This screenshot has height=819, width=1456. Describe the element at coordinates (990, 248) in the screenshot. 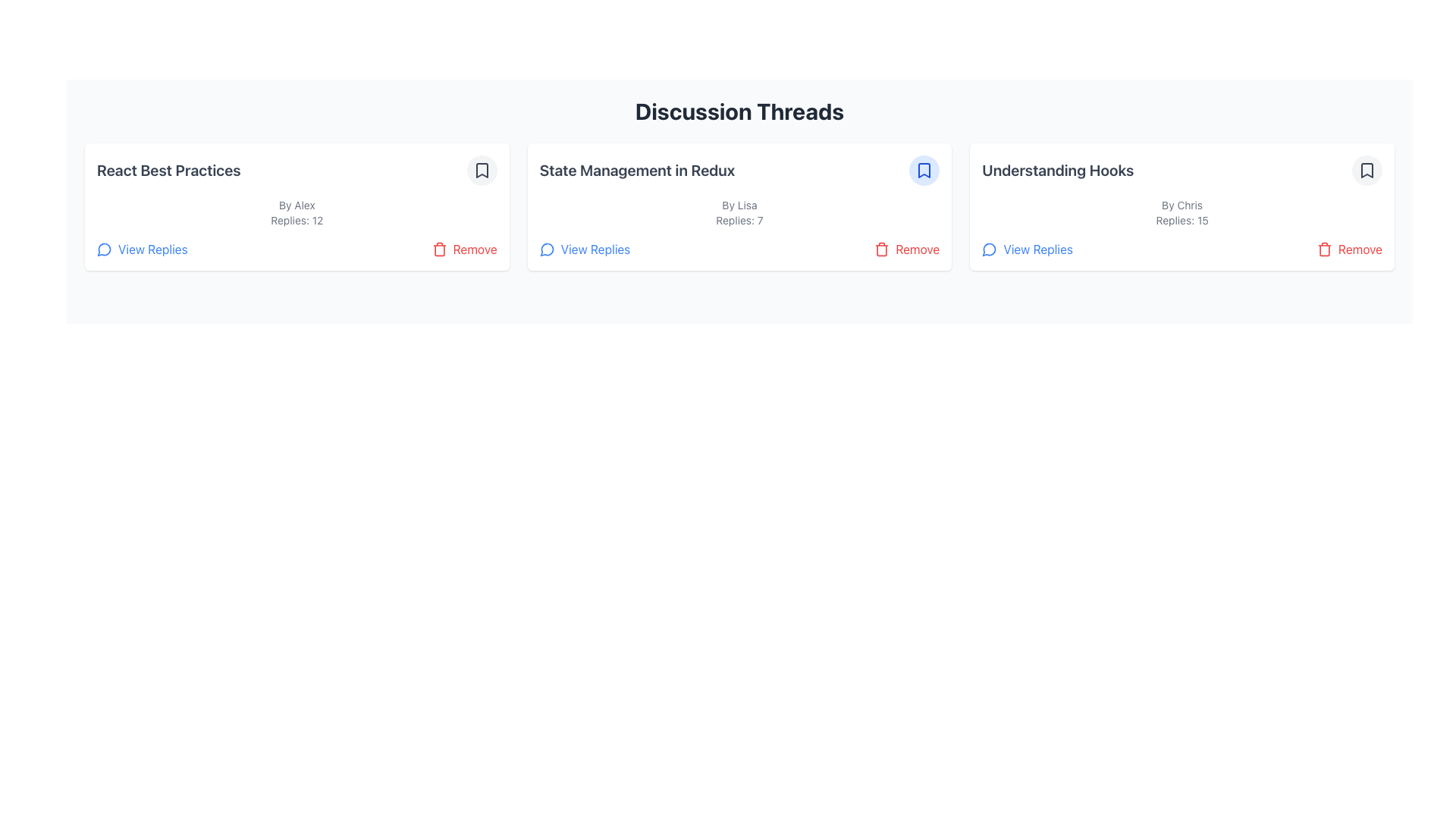

I see `the 'View Replies' icon located to the left of the 'View Replies' text within the discussion card titled 'Understanding Hooks'` at that location.